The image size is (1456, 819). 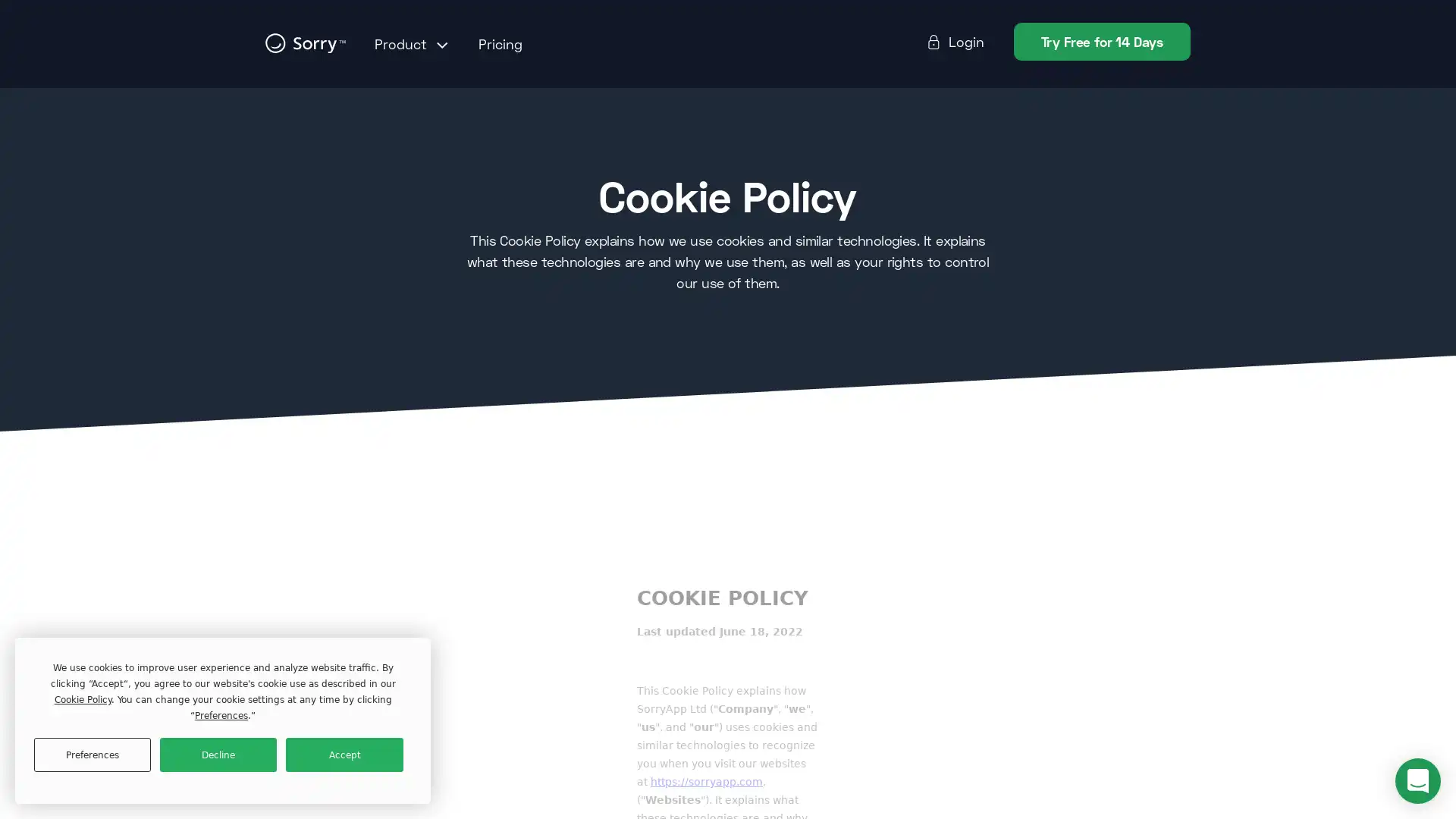 I want to click on Open Intercom Messenger, so click(x=1417, y=780).